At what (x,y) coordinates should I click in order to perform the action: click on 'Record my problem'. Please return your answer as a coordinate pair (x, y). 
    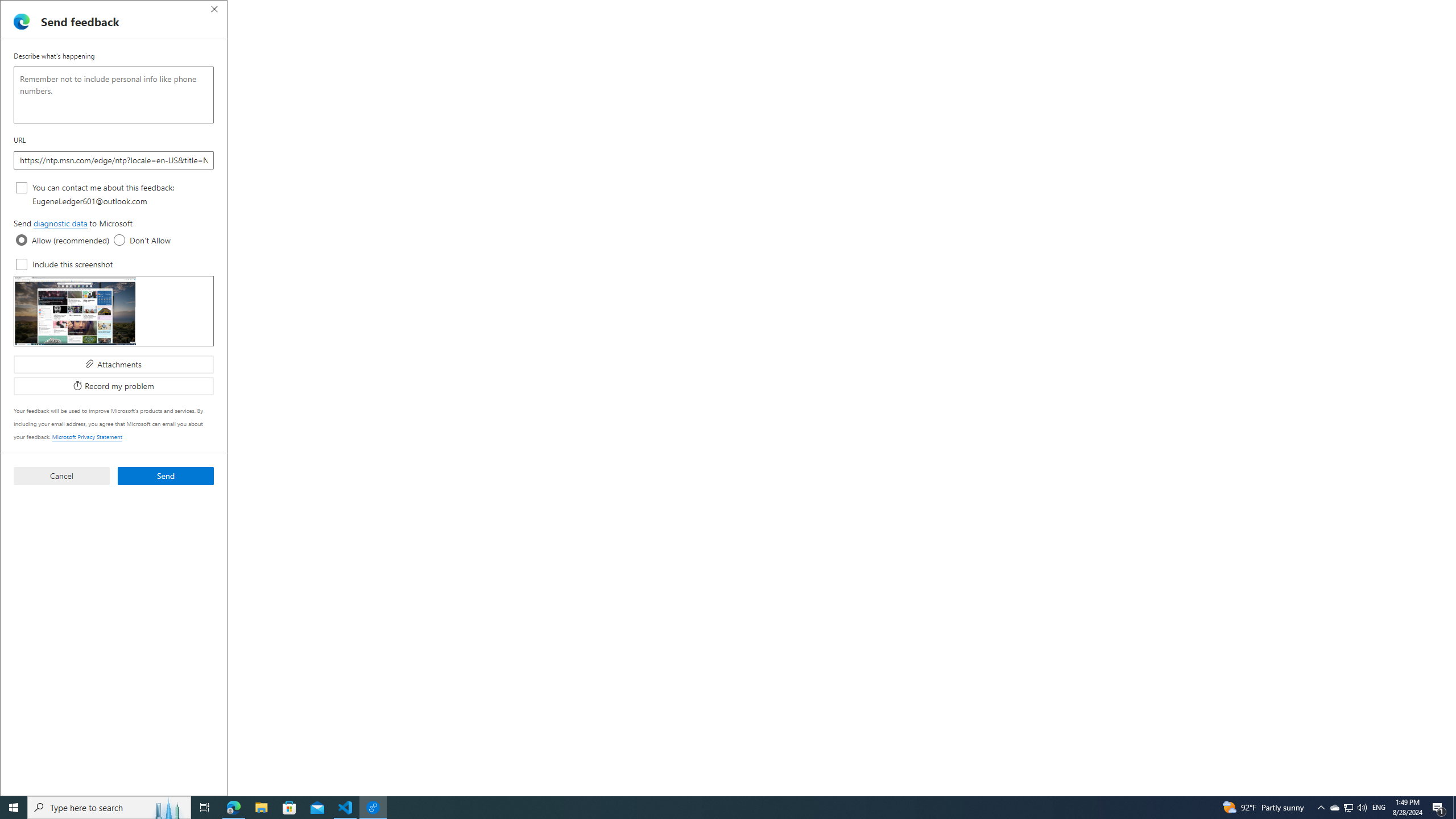
    Looking at the image, I should click on (113, 385).